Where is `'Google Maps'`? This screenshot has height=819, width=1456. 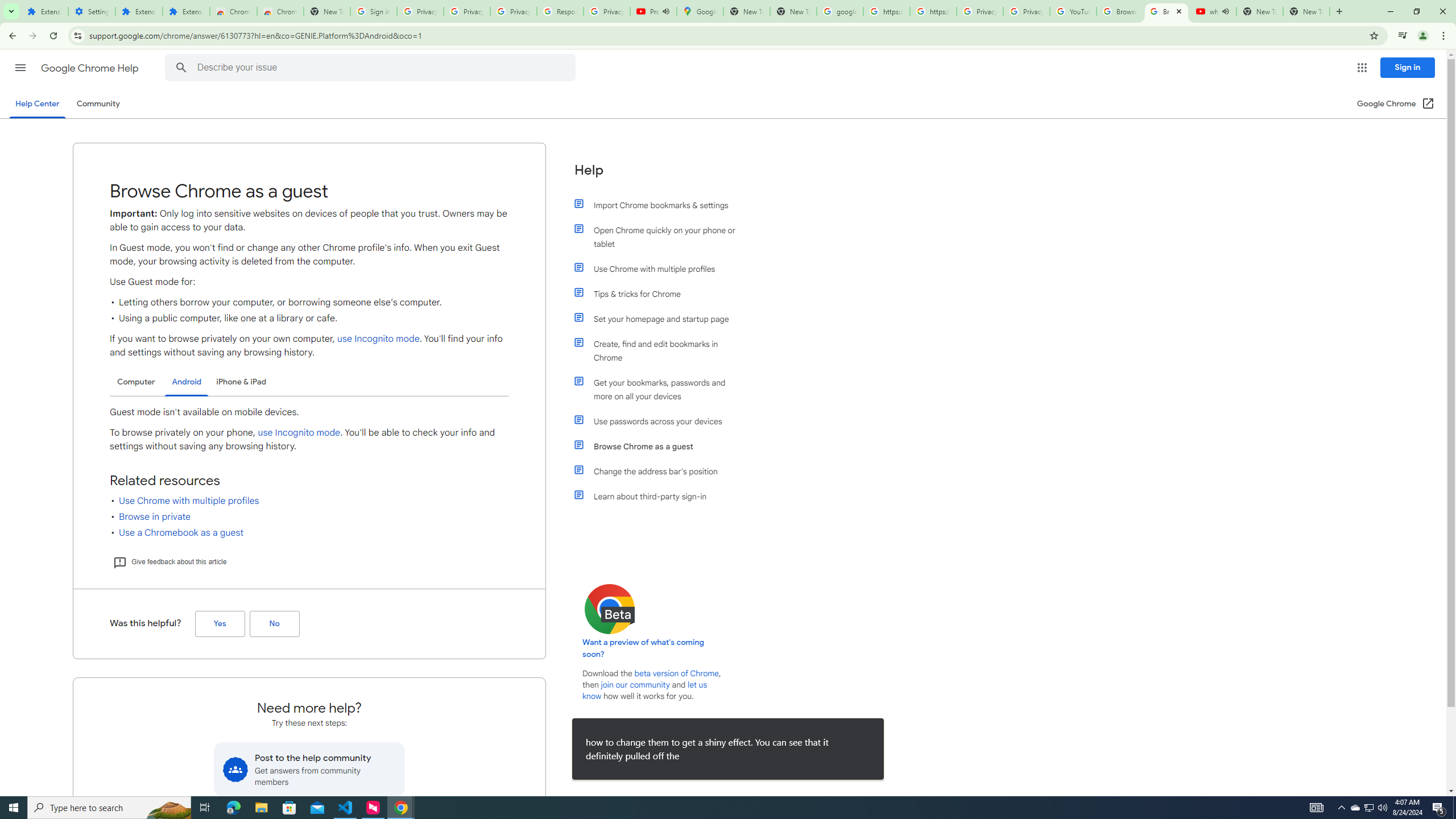 'Google Maps' is located at coordinates (700, 11).